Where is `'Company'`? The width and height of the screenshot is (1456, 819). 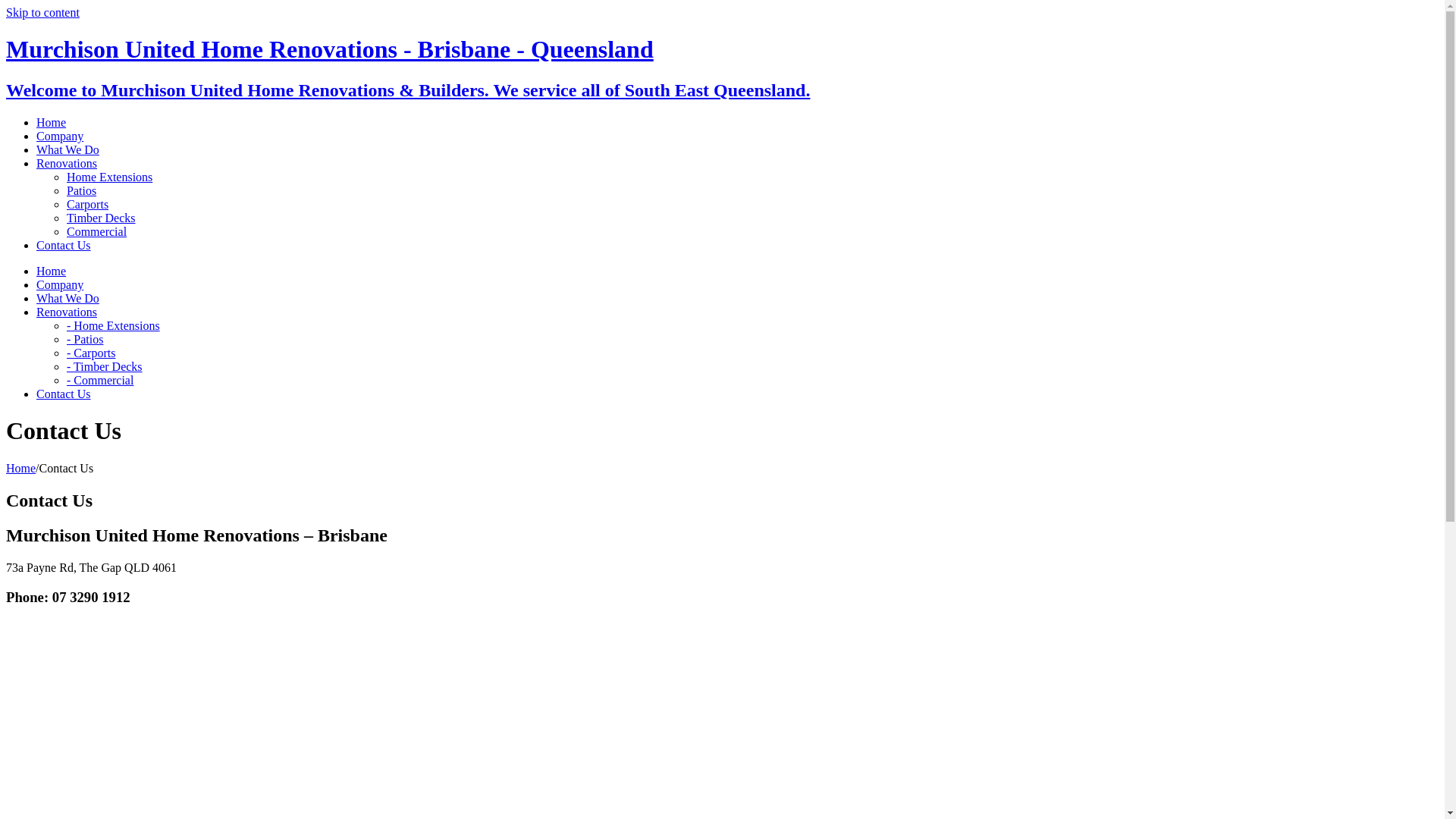 'Company' is located at coordinates (59, 284).